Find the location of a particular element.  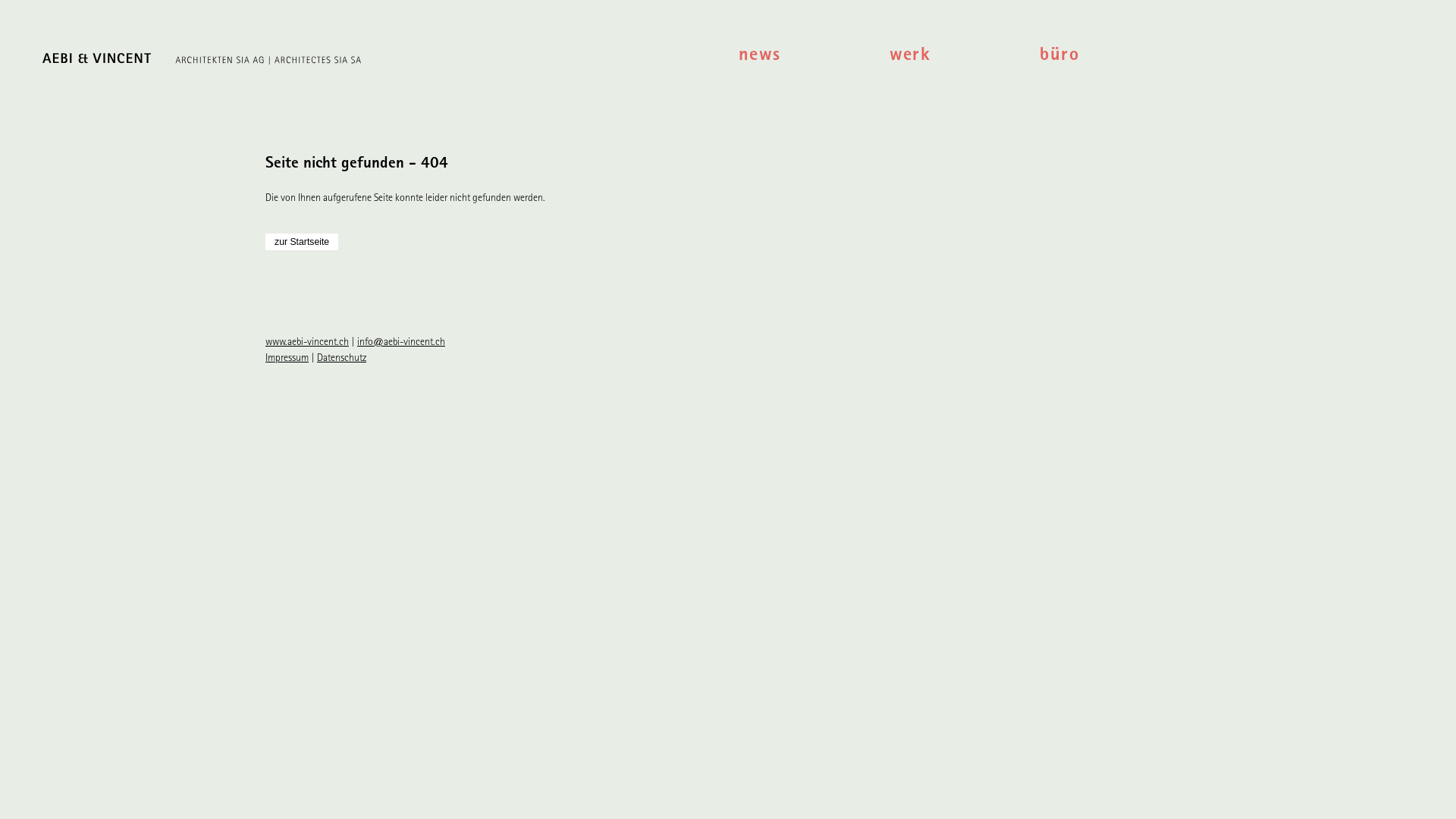

'hc.tnecniv-ibea@ofni' is located at coordinates (400, 342).